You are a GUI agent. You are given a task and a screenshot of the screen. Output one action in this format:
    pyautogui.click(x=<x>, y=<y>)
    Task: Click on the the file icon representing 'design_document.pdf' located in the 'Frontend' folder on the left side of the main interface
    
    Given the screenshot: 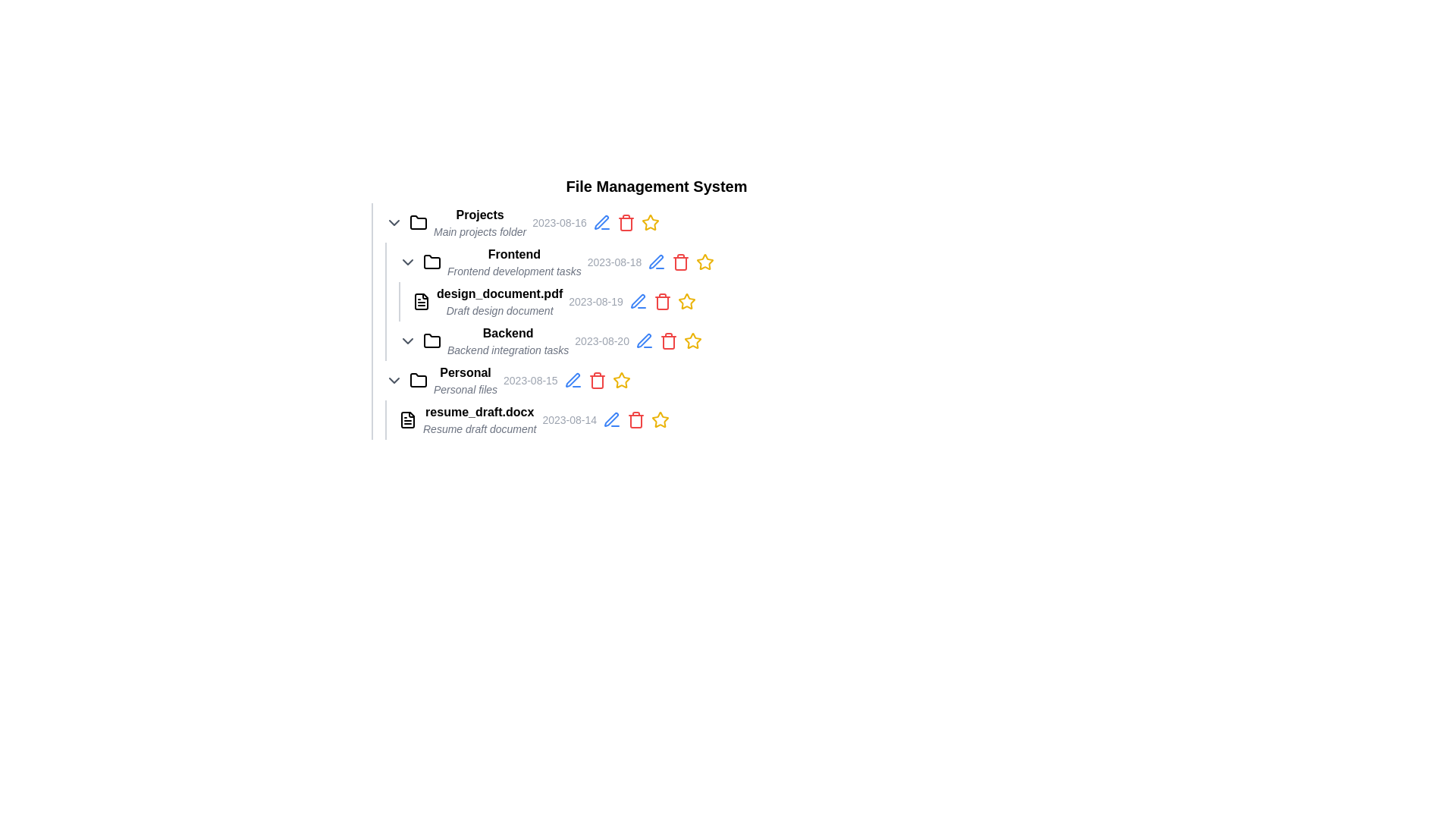 What is the action you would take?
    pyautogui.click(x=422, y=301)
    